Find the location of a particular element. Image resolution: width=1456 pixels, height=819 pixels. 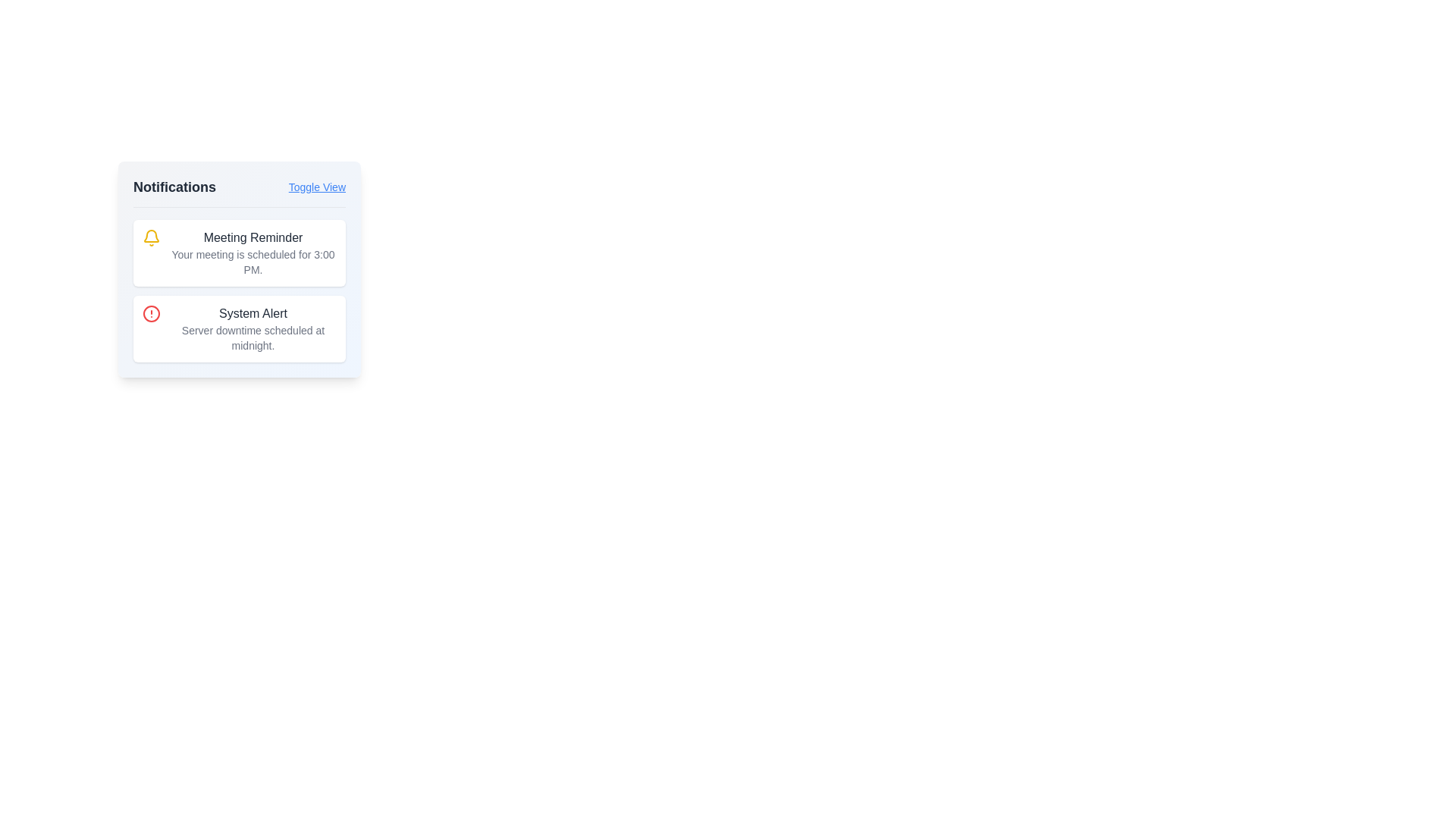

text label stating 'Your meeting is scheduled for 3:00 PM.' which is styled in a smaller gray font and positioned below the title 'Meeting Reminder' in the notification card is located at coordinates (253, 262).